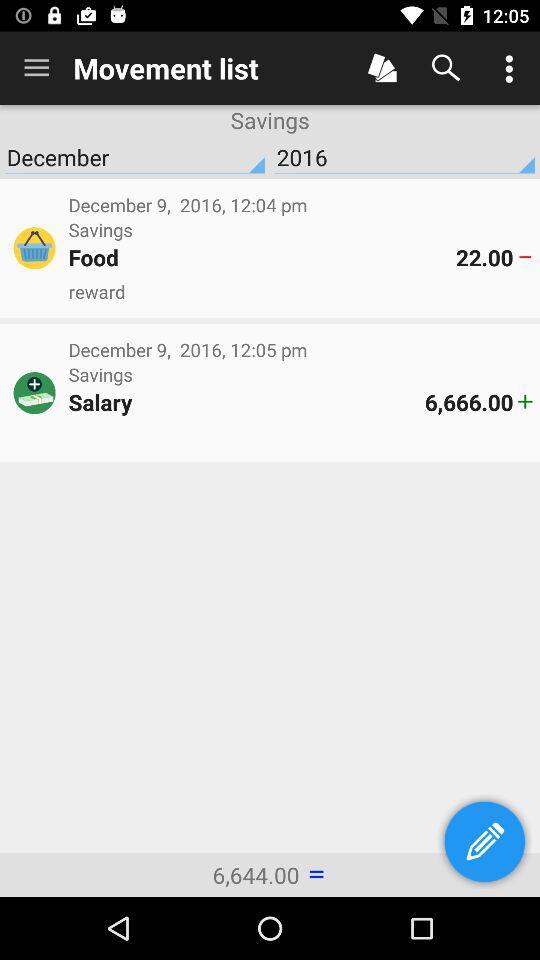 The image size is (540, 960). Describe the element at coordinates (246, 401) in the screenshot. I see `the icon below savings icon` at that location.